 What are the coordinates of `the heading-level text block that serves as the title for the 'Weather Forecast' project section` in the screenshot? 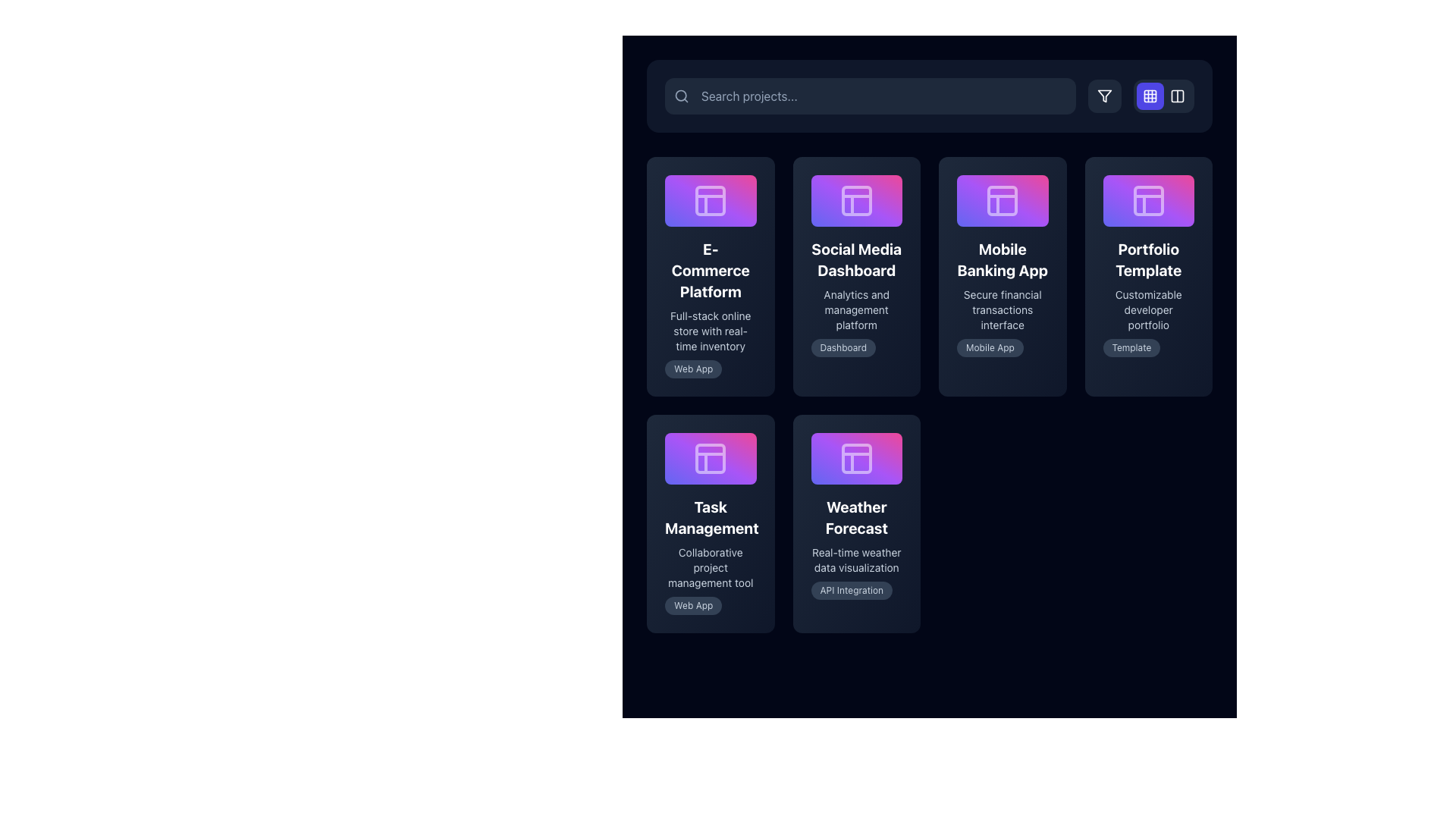 It's located at (856, 516).